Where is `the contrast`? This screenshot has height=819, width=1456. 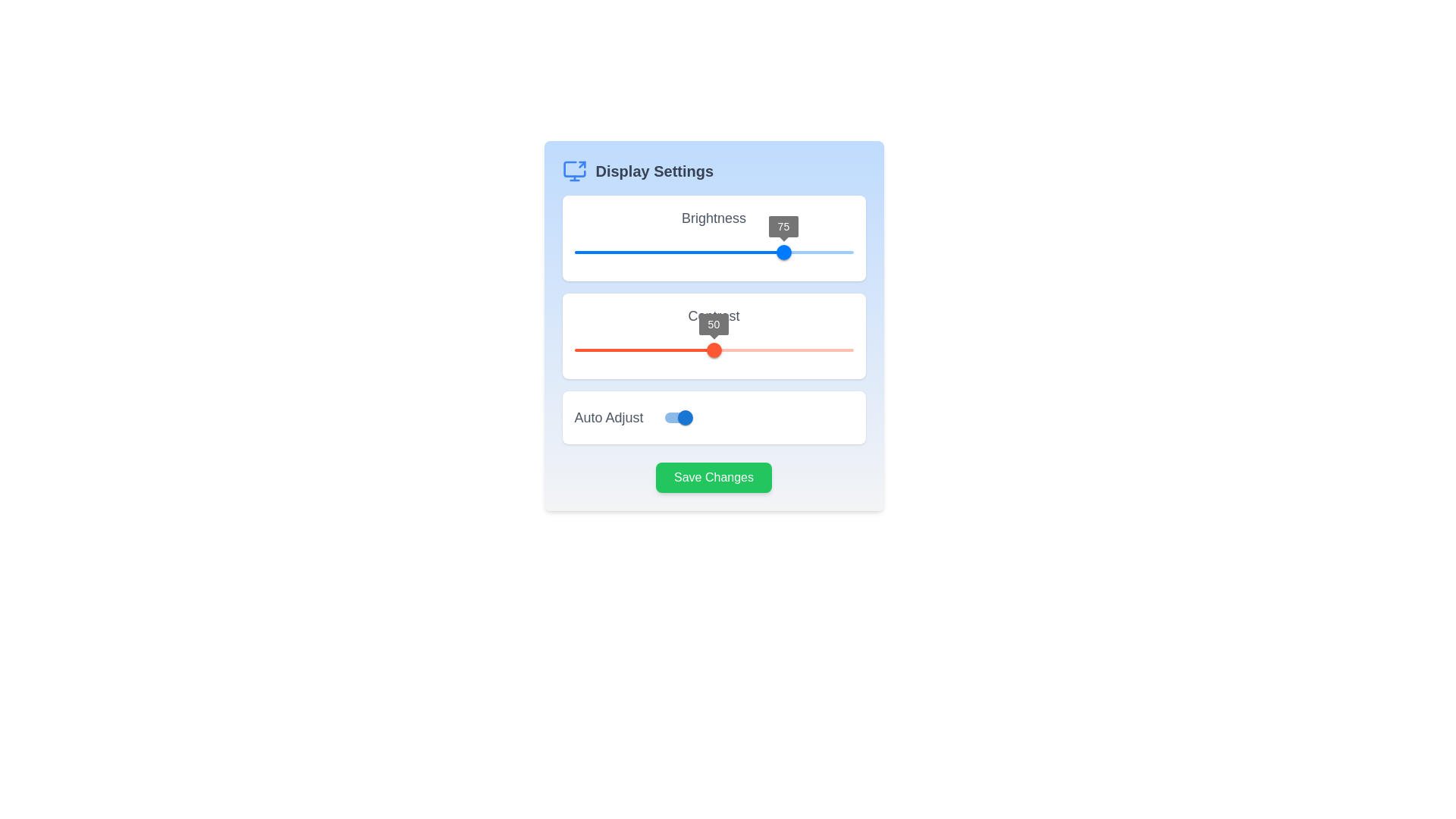
the contrast is located at coordinates (719, 350).